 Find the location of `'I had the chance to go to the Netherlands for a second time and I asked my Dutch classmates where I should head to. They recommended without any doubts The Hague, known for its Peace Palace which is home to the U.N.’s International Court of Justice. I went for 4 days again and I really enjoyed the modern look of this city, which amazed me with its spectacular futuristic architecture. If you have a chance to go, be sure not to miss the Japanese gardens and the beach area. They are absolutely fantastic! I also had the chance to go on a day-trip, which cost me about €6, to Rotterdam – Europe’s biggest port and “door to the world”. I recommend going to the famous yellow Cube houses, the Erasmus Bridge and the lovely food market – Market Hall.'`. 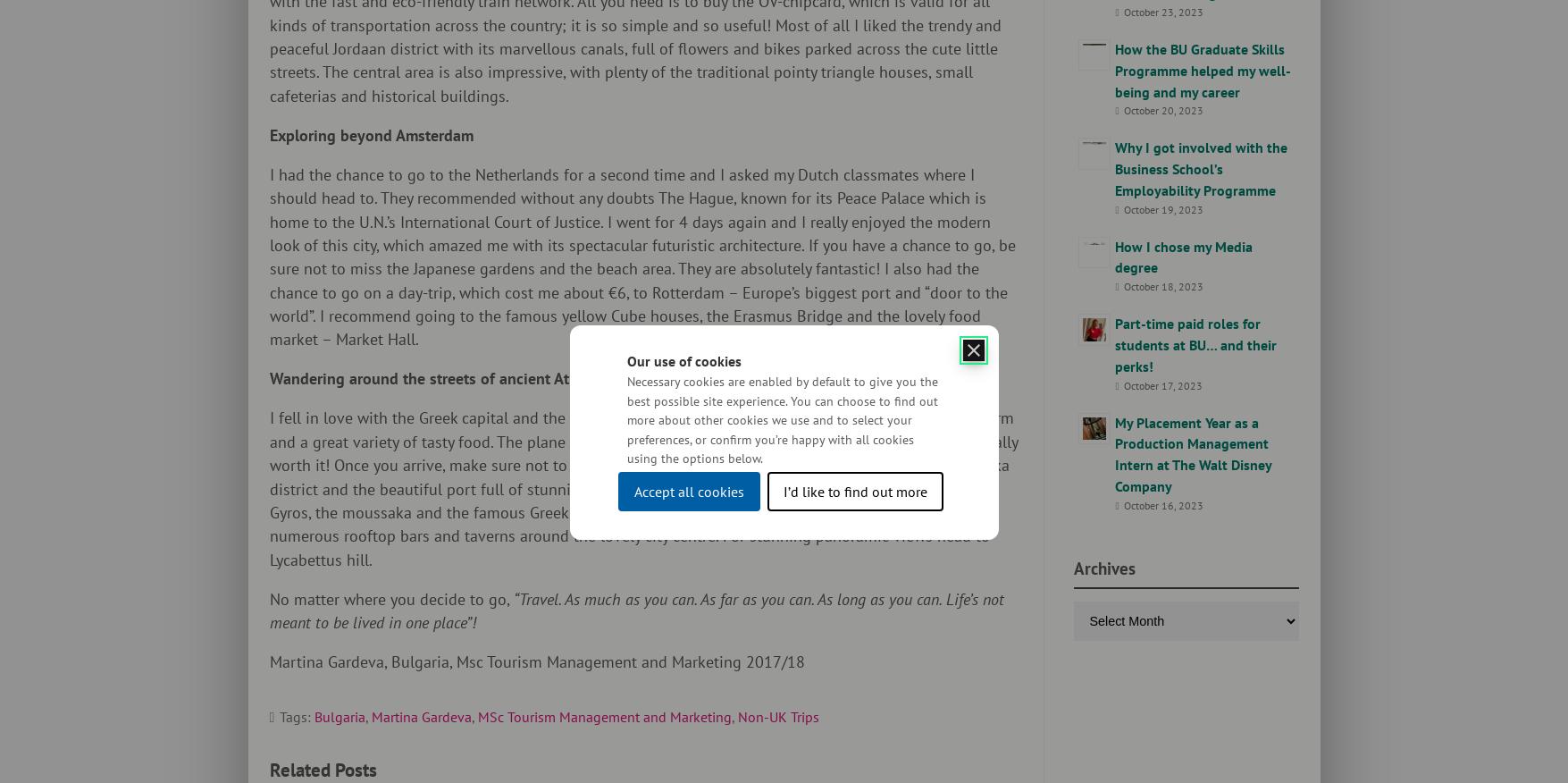

'I had the chance to go to the Netherlands for a second time and I asked my Dutch classmates where I should head to. They recommended without any doubts The Hague, known for its Peace Palace which is home to the U.N.’s International Court of Justice. I went for 4 days again and I really enjoyed the modern look of this city, which amazed me with its spectacular futuristic architecture. If you have a chance to go, be sure not to miss the Japanese gardens and the beach area. They are absolutely fantastic! I also had the chance to go on a day-trip, which cost me about €6, to Rotterdam – Europe’s biggest port and “door to the world”. I recommend going to the famous yellow Cube houses, the Erasmus Bridge and the lovely food market – Market Hall.' is located at coordinates (267, 256).